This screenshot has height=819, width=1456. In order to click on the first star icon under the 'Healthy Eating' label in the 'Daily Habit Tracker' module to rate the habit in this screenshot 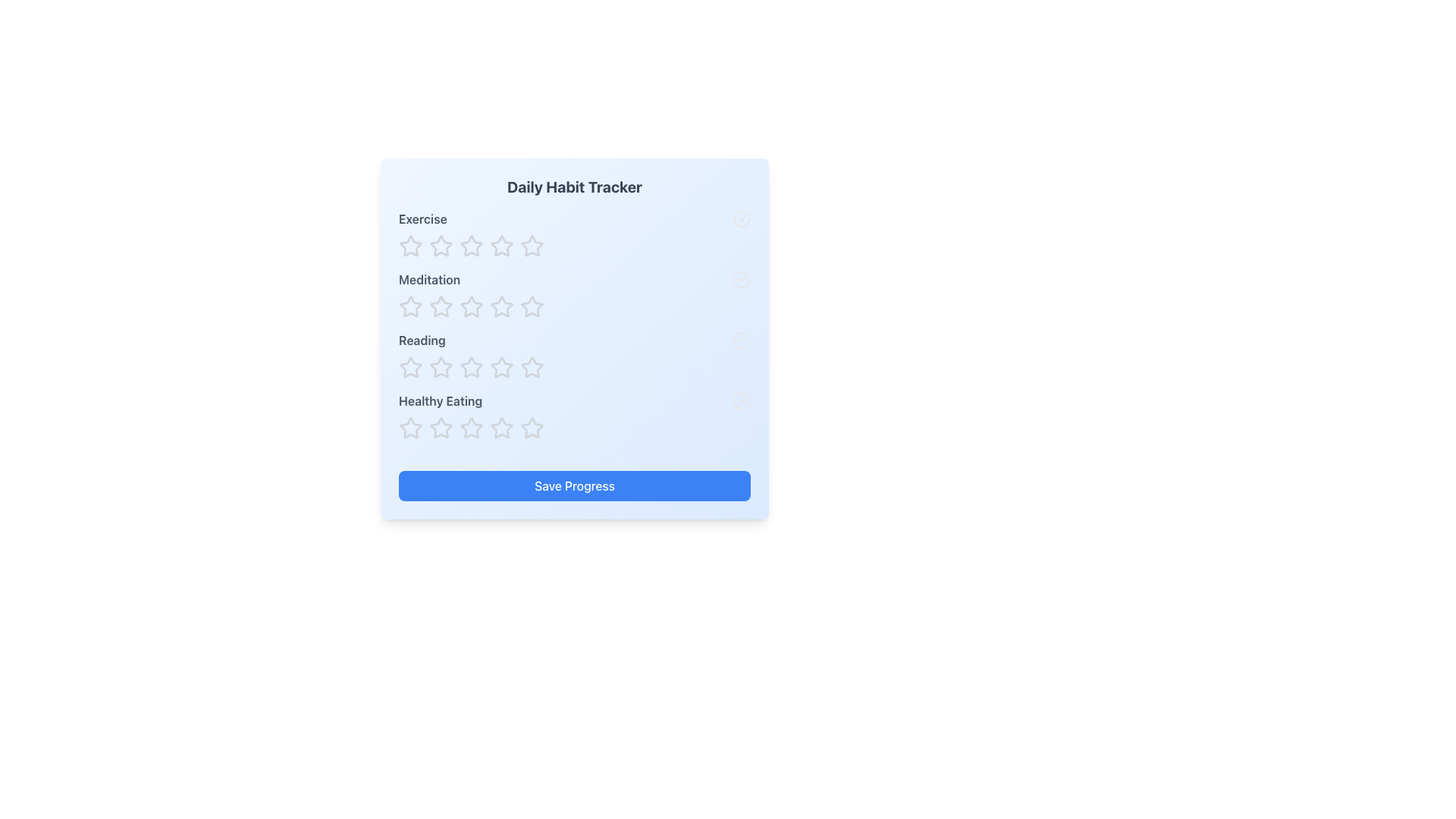, I will do `click(411, 428)`.